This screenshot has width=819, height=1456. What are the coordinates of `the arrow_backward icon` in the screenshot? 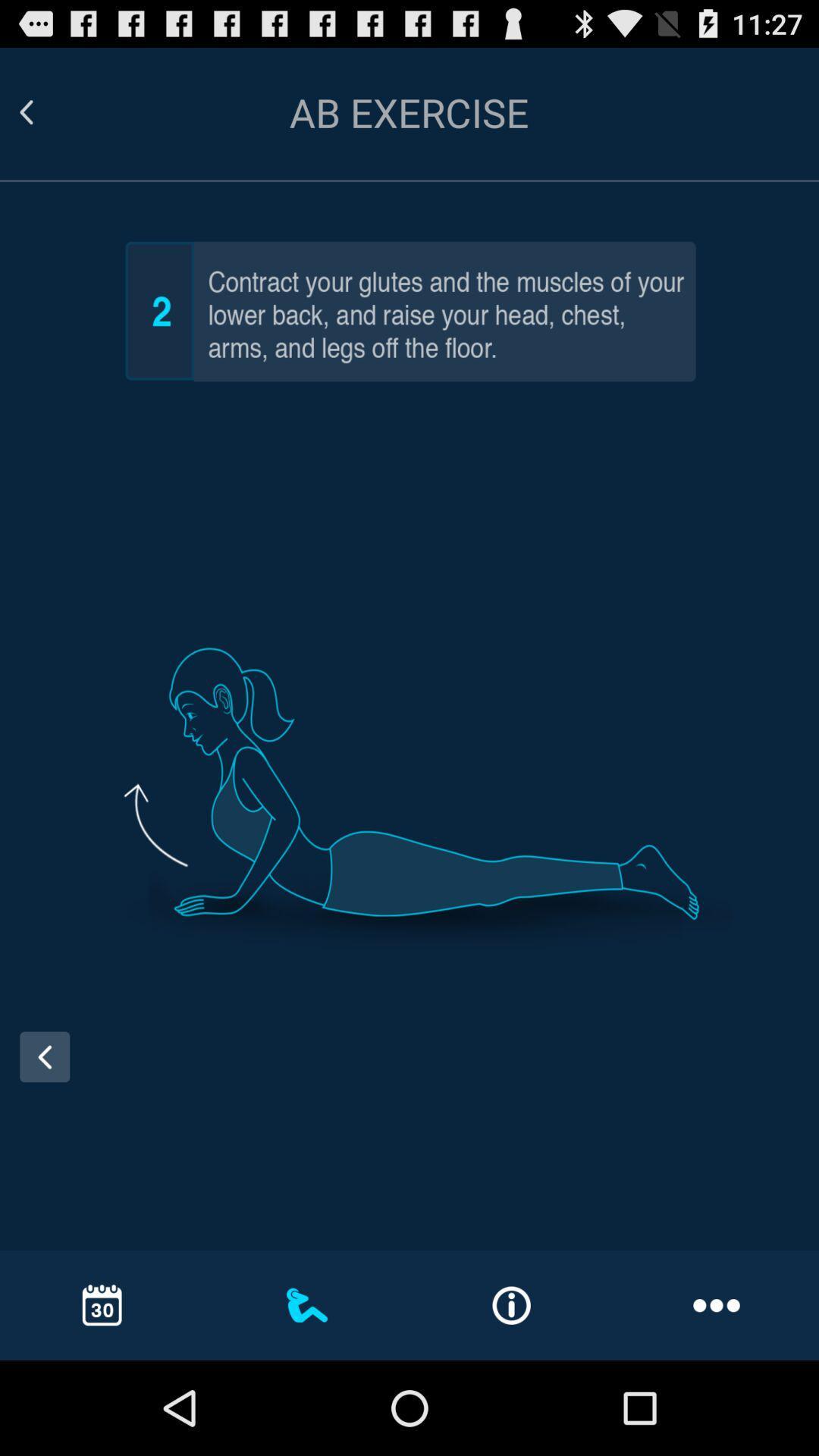 It's located at (44, 1131).